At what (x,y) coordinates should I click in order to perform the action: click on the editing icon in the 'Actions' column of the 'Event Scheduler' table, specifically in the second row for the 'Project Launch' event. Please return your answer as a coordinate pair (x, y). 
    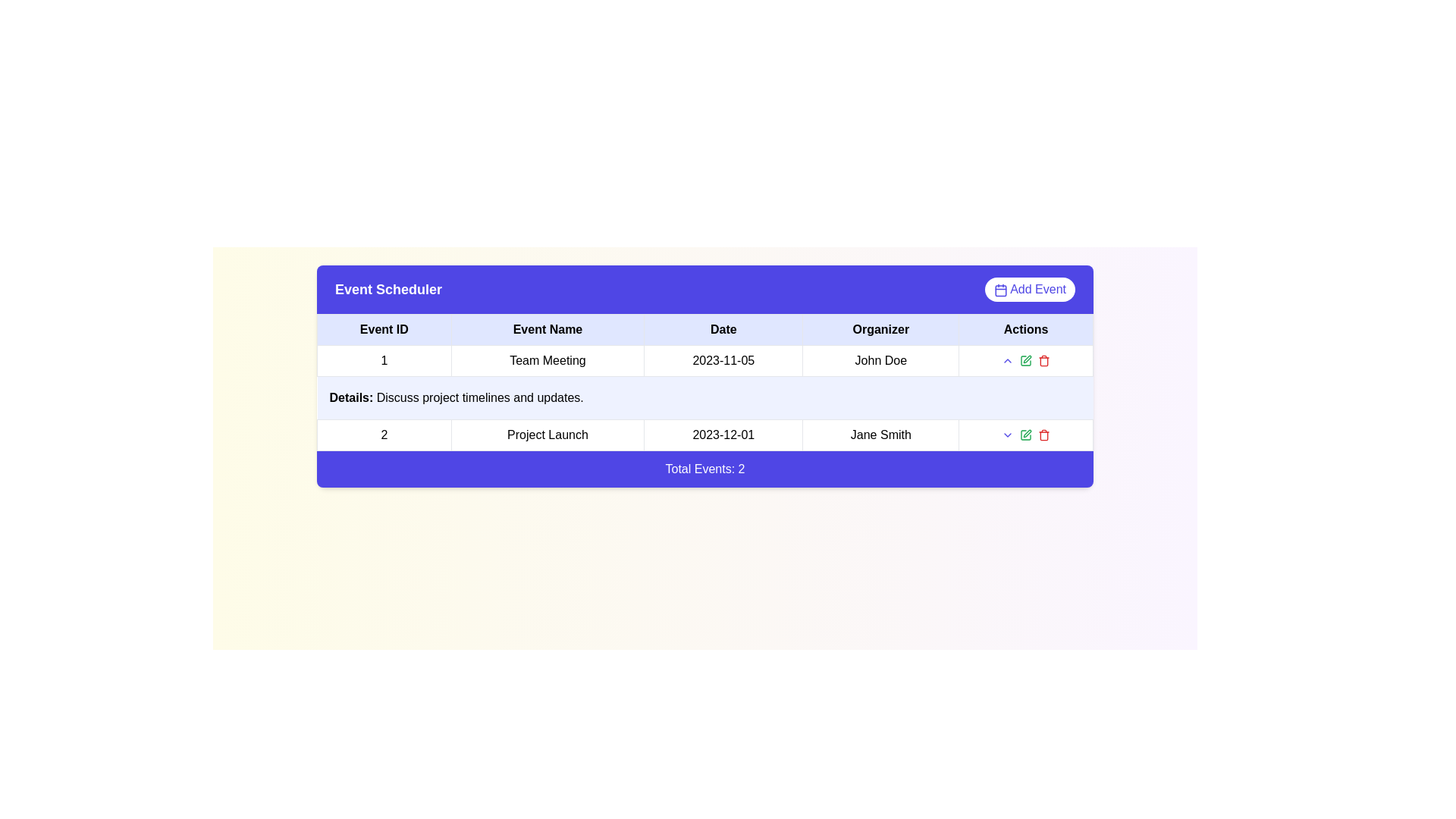
    Looking at the image, I should click on (1026, 435).